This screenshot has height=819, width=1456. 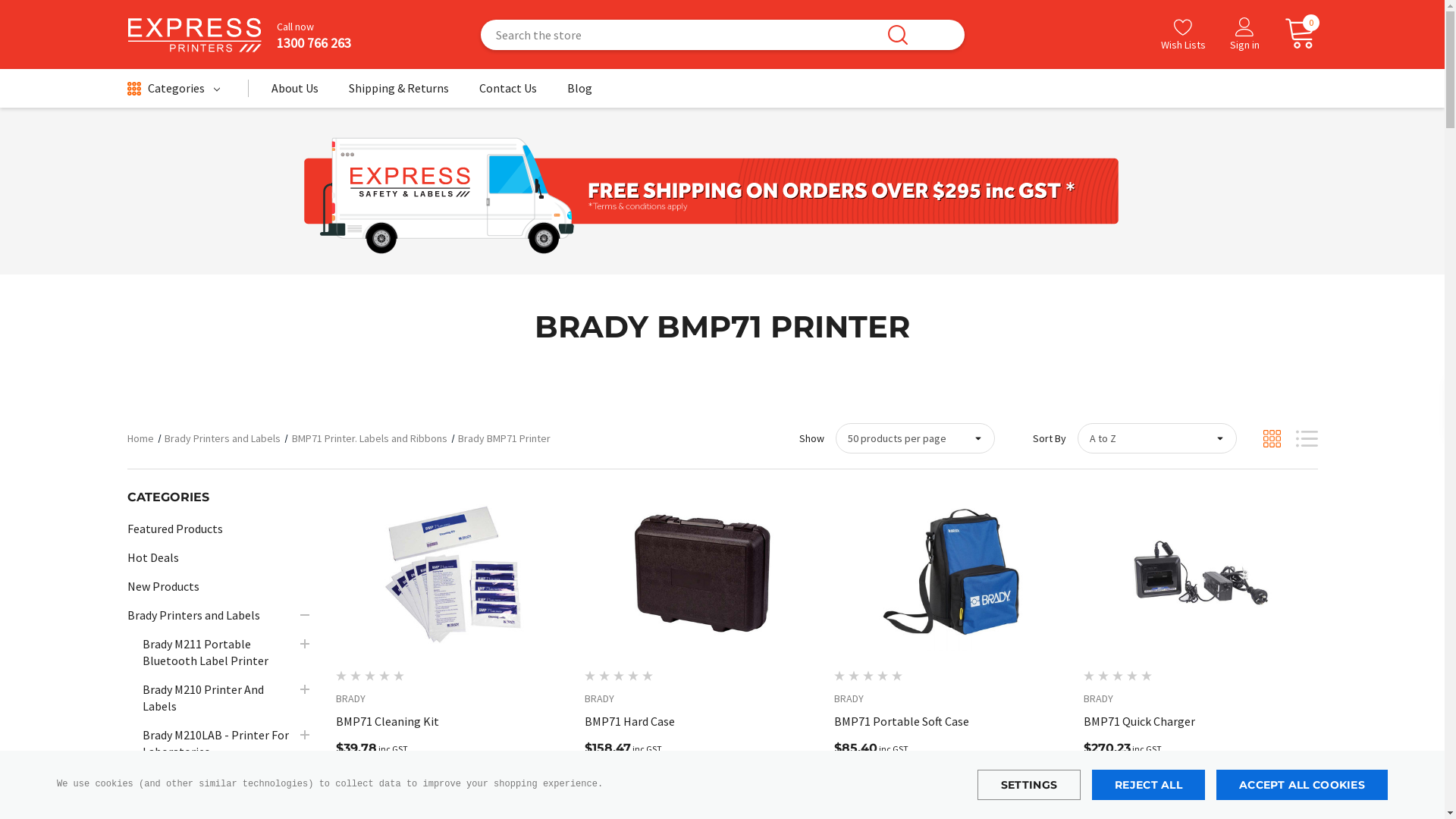 I want to click on 'Sign in', so click(x=1244, y=34).